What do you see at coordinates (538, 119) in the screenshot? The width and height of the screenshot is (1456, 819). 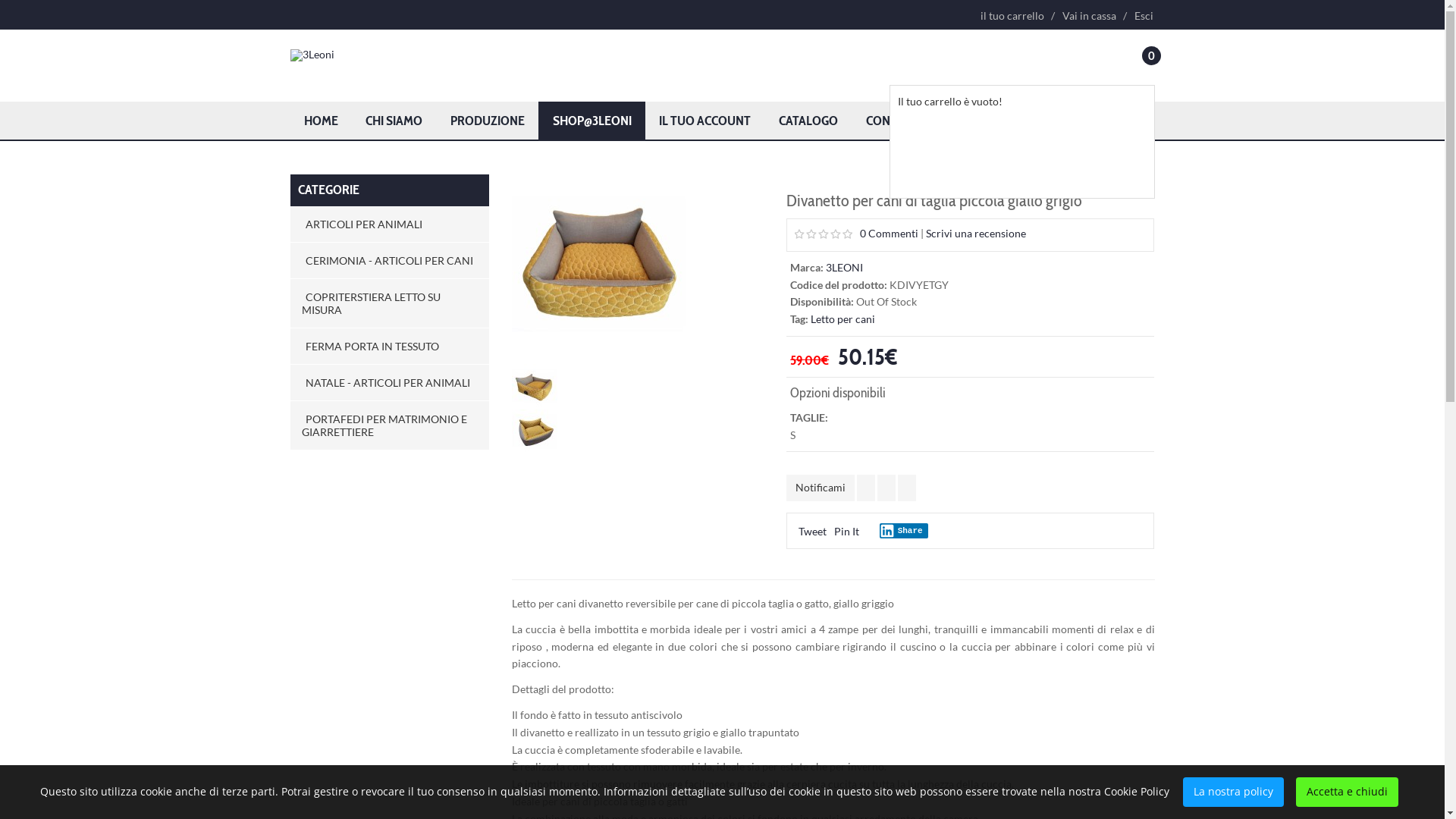 I see `'SHOP@3LEONI'` at bounding box center [538, 119].